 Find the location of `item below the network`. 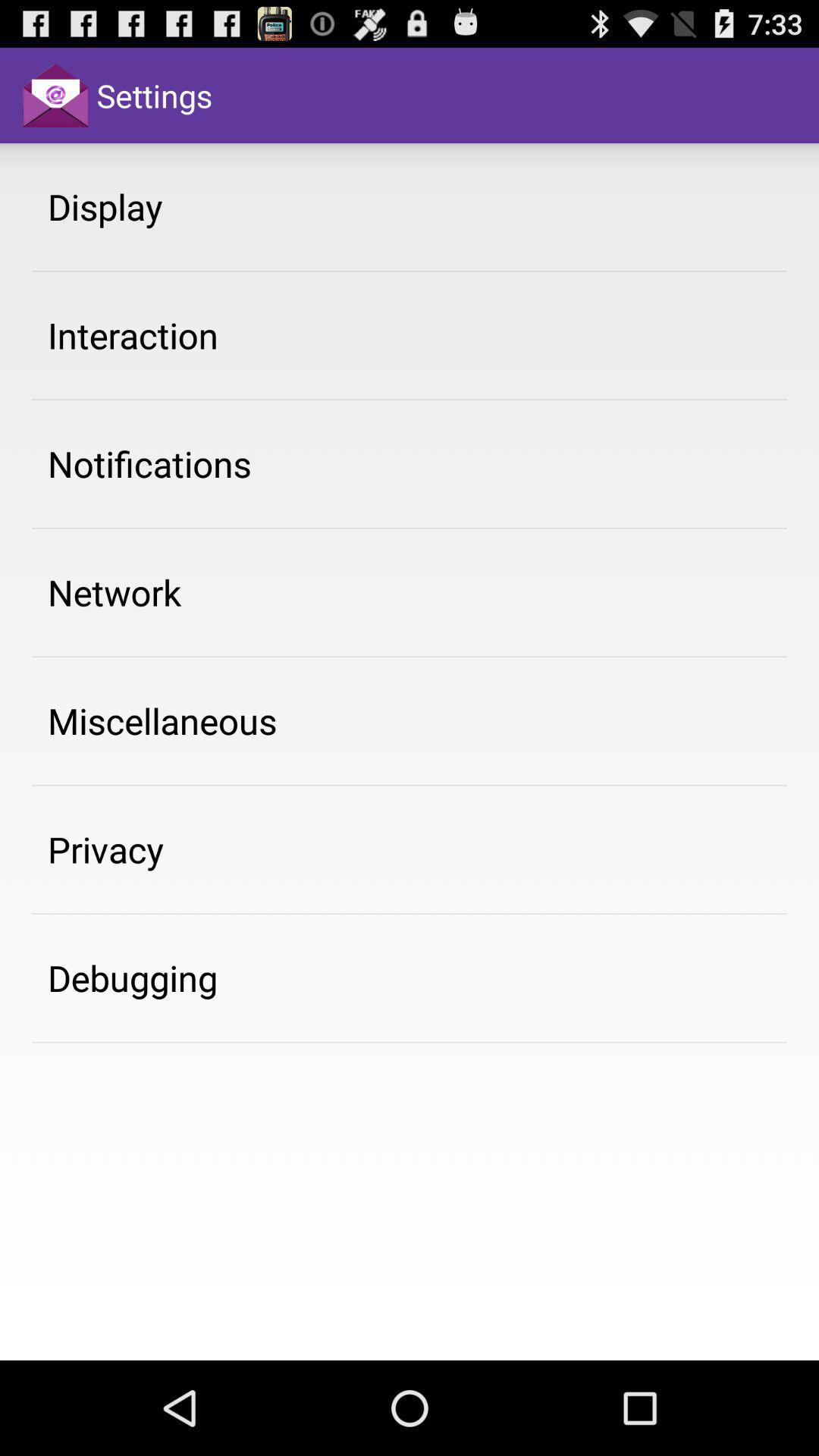

item below the network is located at coordinates (162, 720).